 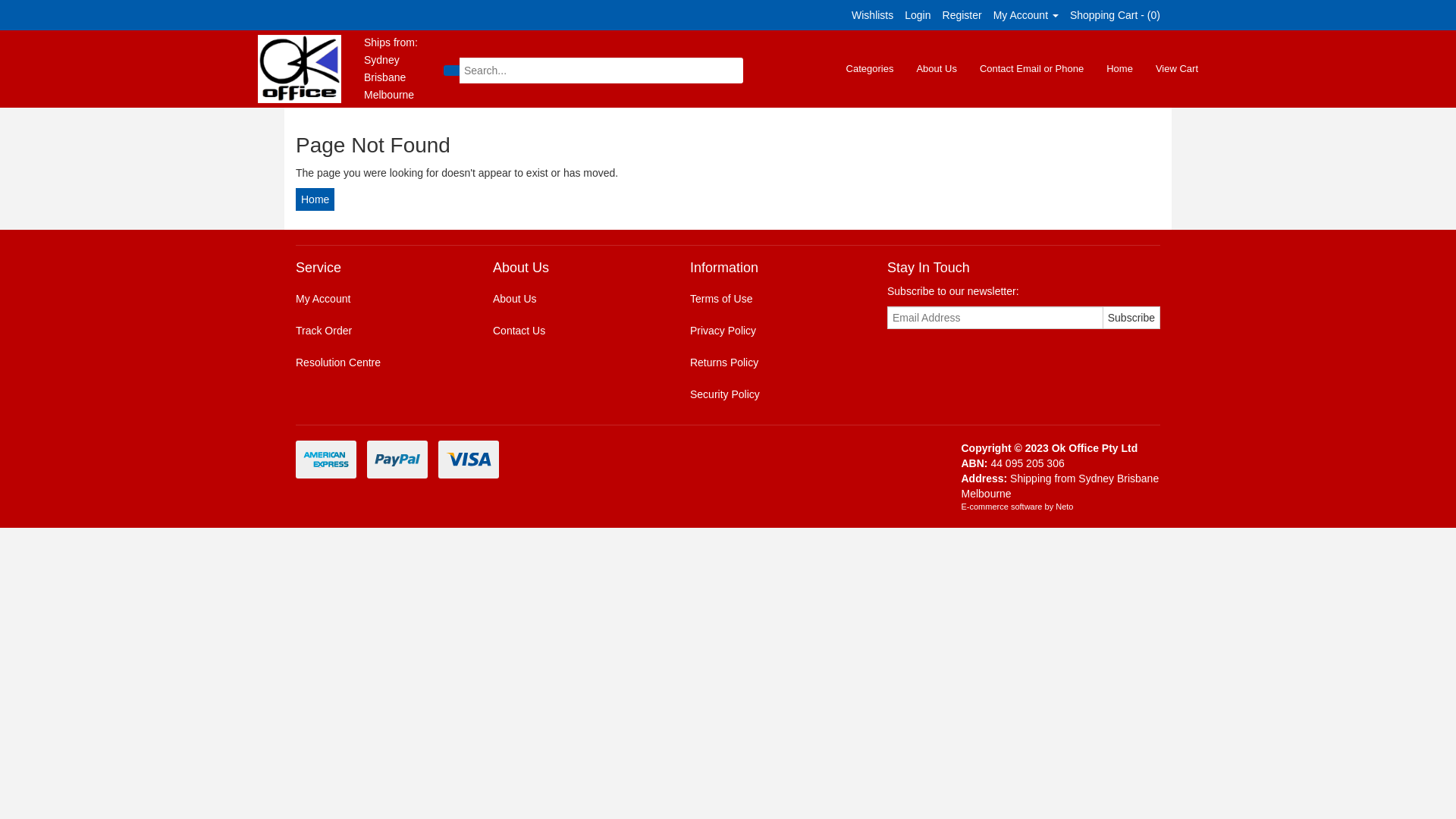 What do you see at coordinates (450, 70) in the screenshot?
I see `'Search'` at bounding box center [450, 70].